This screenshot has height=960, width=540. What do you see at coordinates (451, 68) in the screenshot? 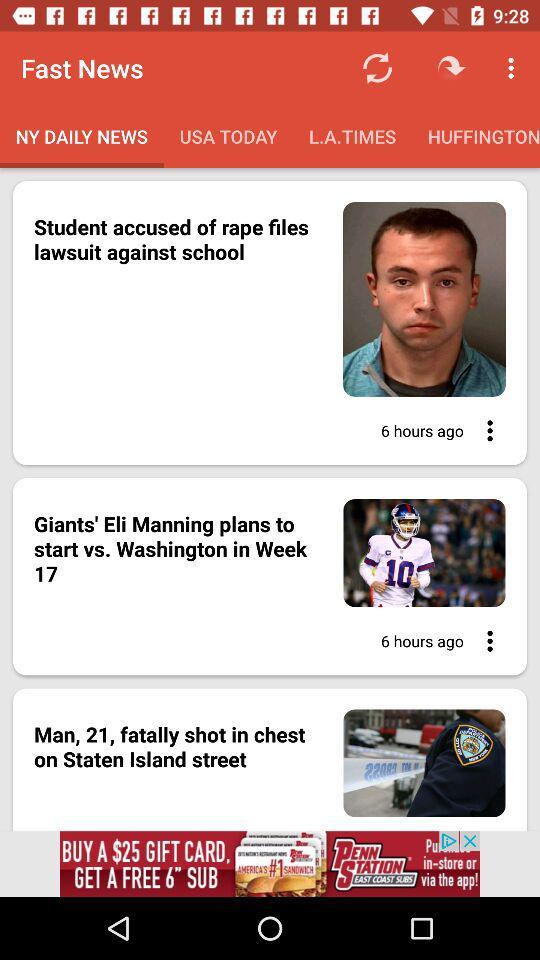
I see `tap on icon just left to the refresh button` at bounding box center [451, 68].